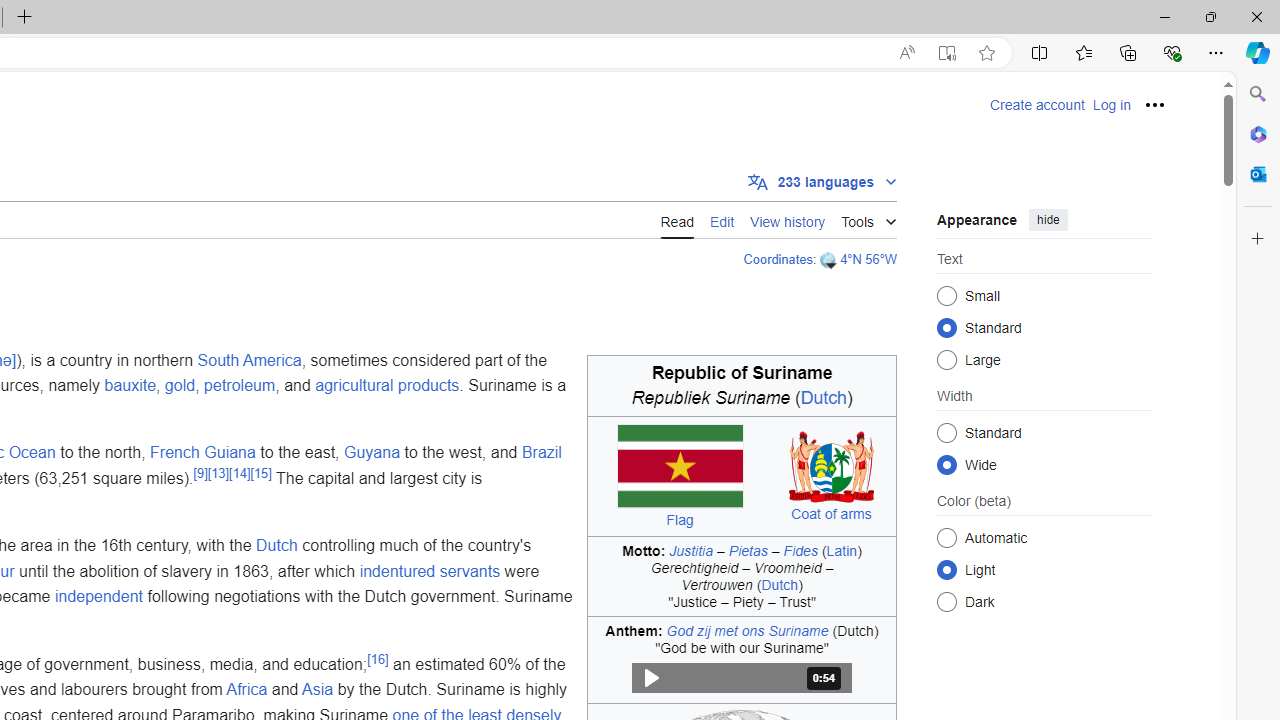 The width and height of the screenshot is (1280, 720). What do you see at coordinates (428, 571) in the screenshot?
I see `'indentured servants'` at bounding box center [428, 571].